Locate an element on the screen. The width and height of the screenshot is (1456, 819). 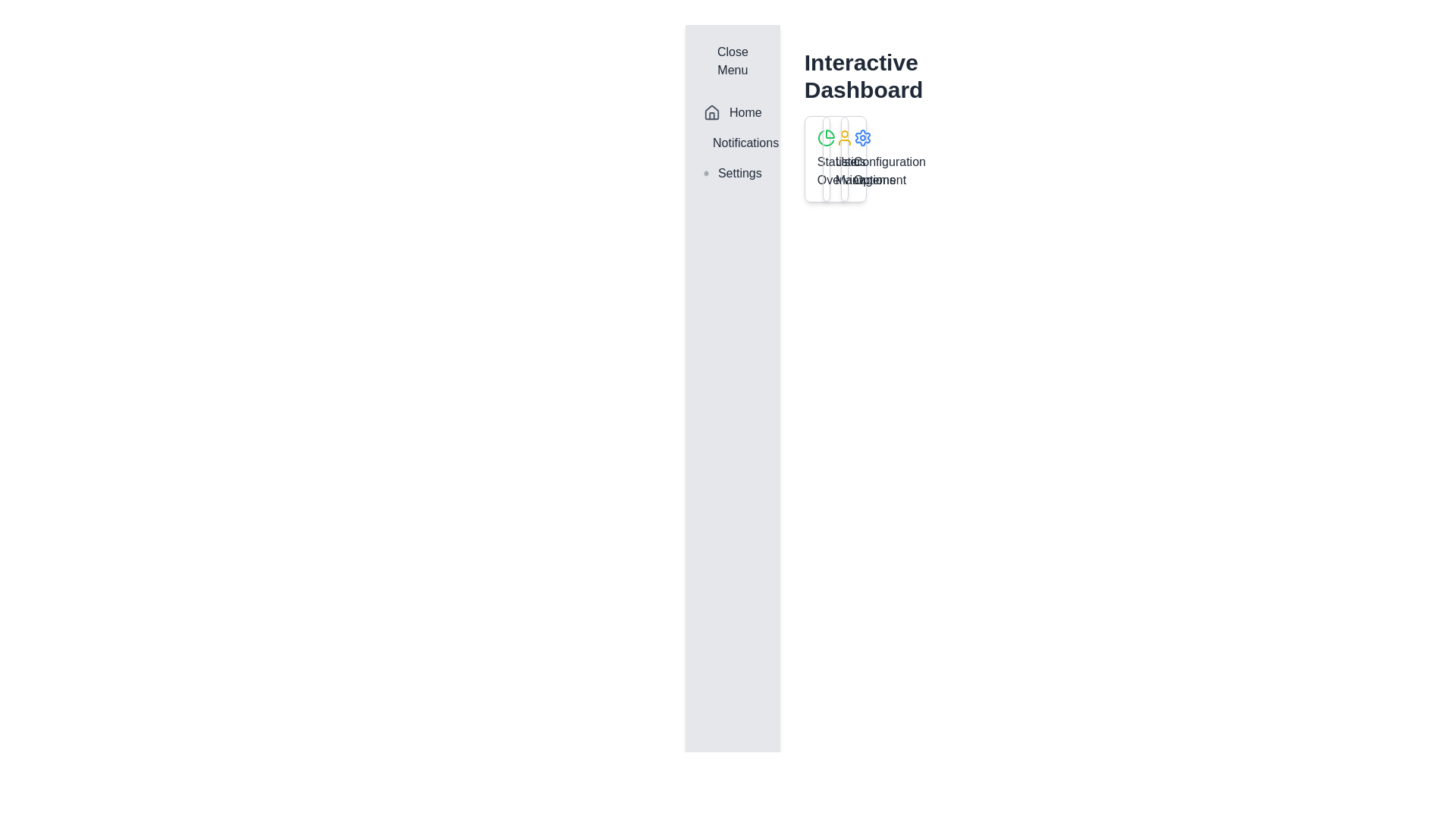
the navigational button with an associated icon located in the second position of the vertical menu stack is located at coordinates (733, 143).